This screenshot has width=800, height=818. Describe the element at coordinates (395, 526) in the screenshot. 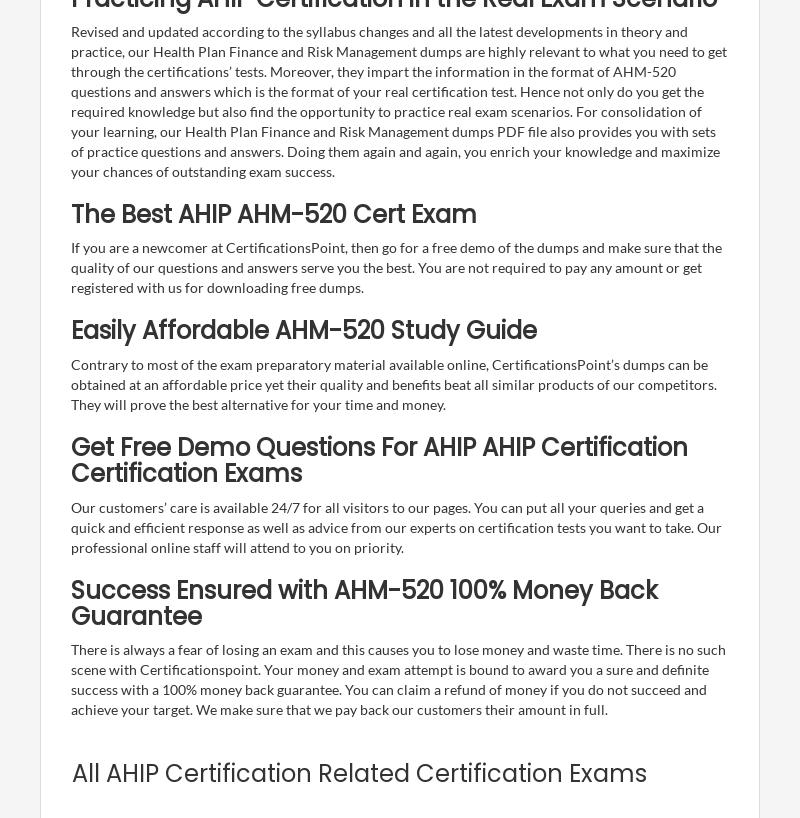

I see `'Our customers’ care is available 24/7 for all visitors to our pages. You can put all your queries and get a quick and efficient response as well as advice from our experts on certification tests you want to take. Our professional online staff will attend to you on priority.'` at that location.